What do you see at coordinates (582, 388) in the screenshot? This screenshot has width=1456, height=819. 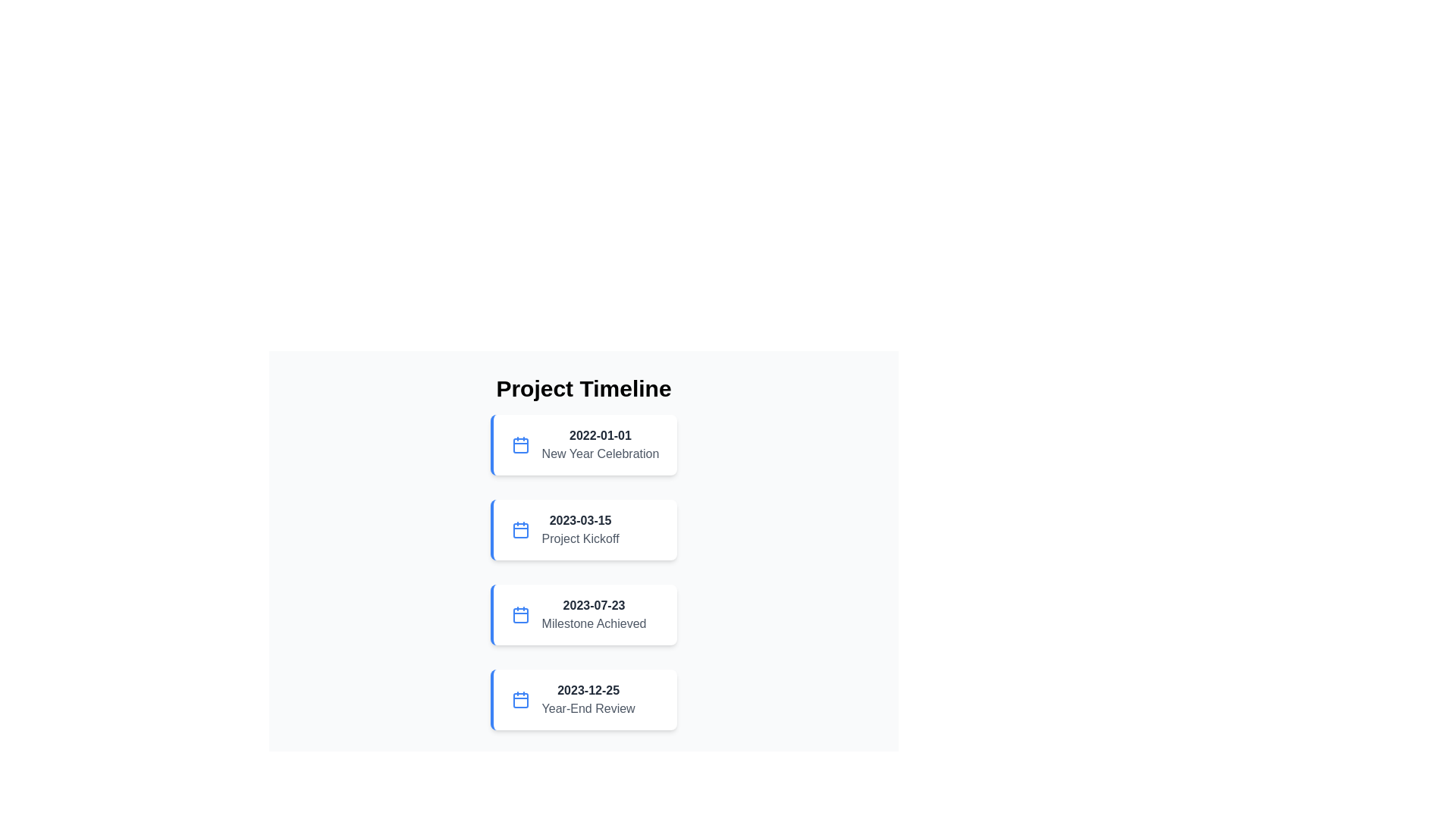 I see `the Text Header element at the top of the timeline section to indicate its purpose as a title for the content below` at bounding box center [582, 388].